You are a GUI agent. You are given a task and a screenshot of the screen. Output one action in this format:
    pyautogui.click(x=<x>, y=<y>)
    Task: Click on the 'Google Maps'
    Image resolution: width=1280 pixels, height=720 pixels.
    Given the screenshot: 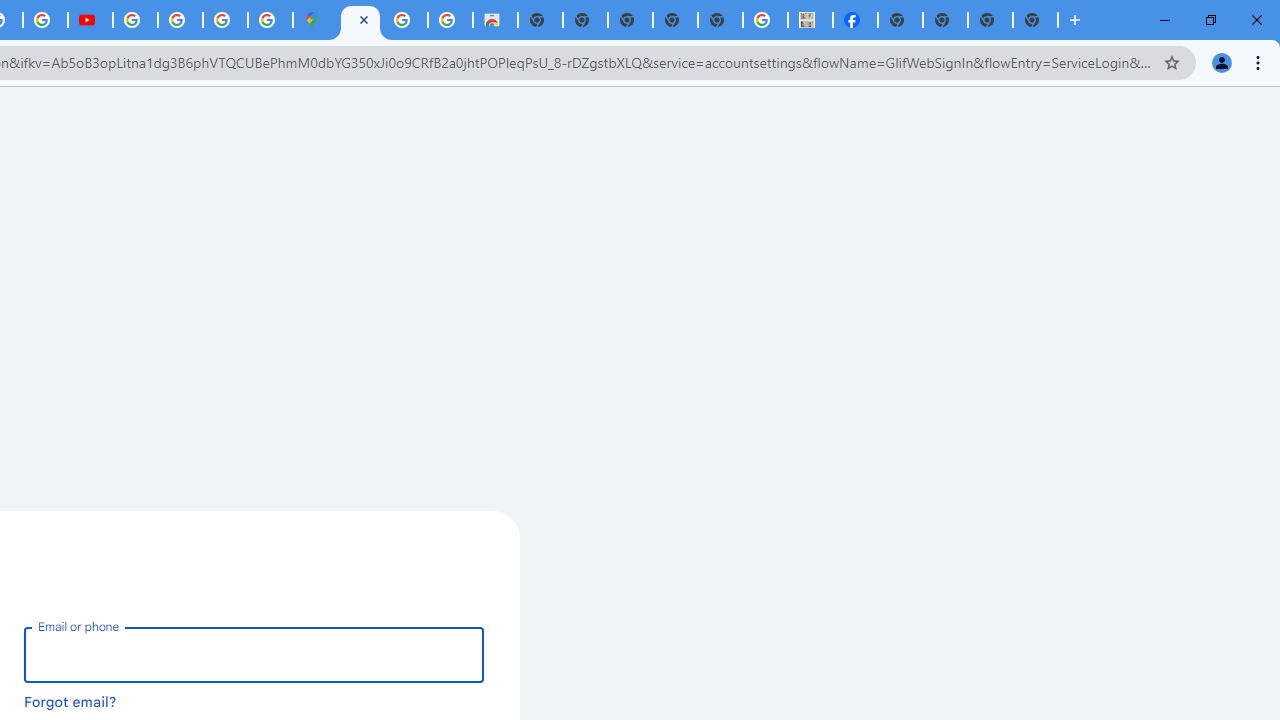 What is the action you would take?
    pyautogui.click(x=314, y=20)
    